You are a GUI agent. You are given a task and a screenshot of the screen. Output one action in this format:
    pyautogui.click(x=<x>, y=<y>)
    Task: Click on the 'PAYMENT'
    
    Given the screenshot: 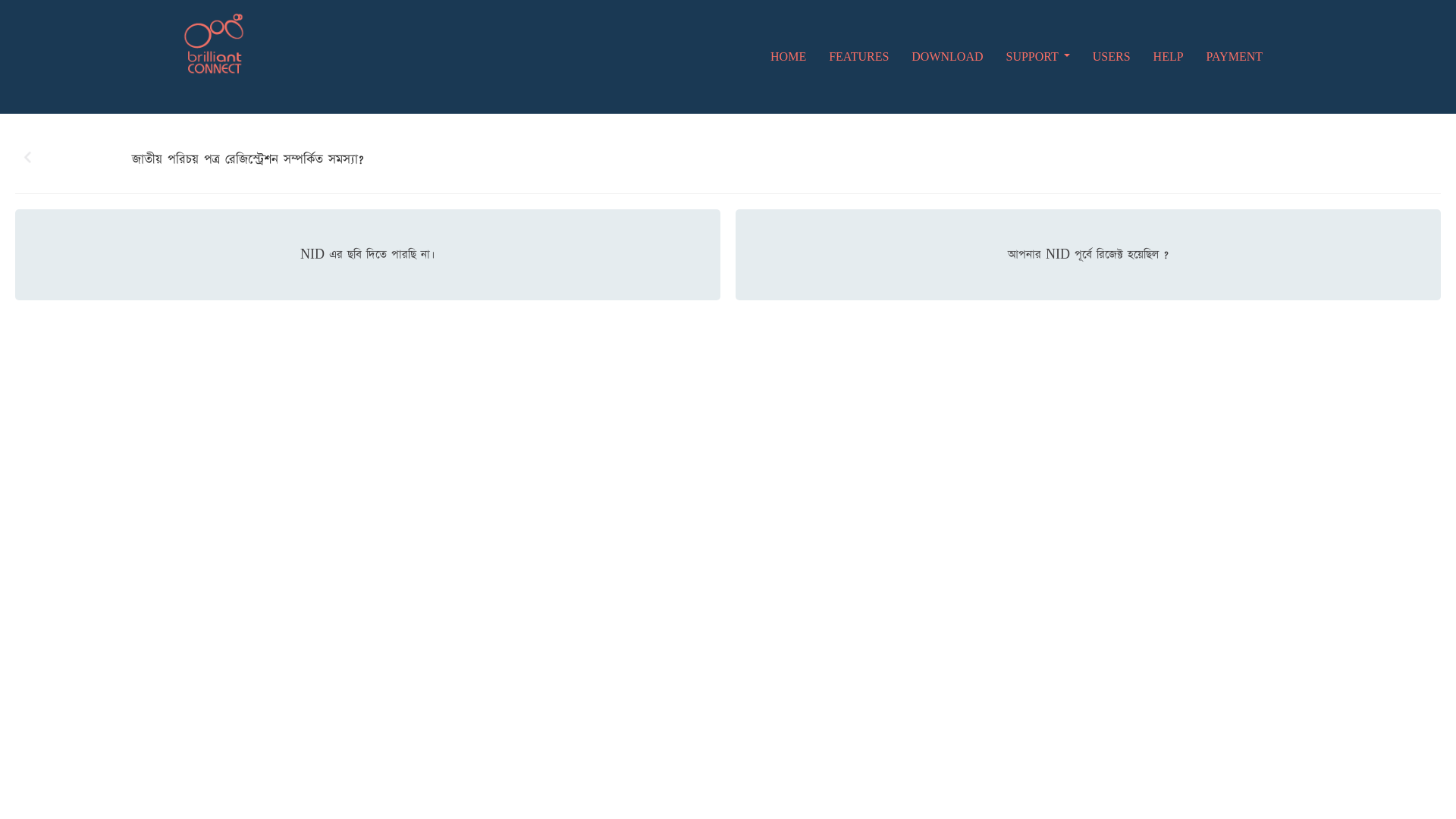 What is the action you would take?
    pyautogui.click(x=1234, y=55)
    